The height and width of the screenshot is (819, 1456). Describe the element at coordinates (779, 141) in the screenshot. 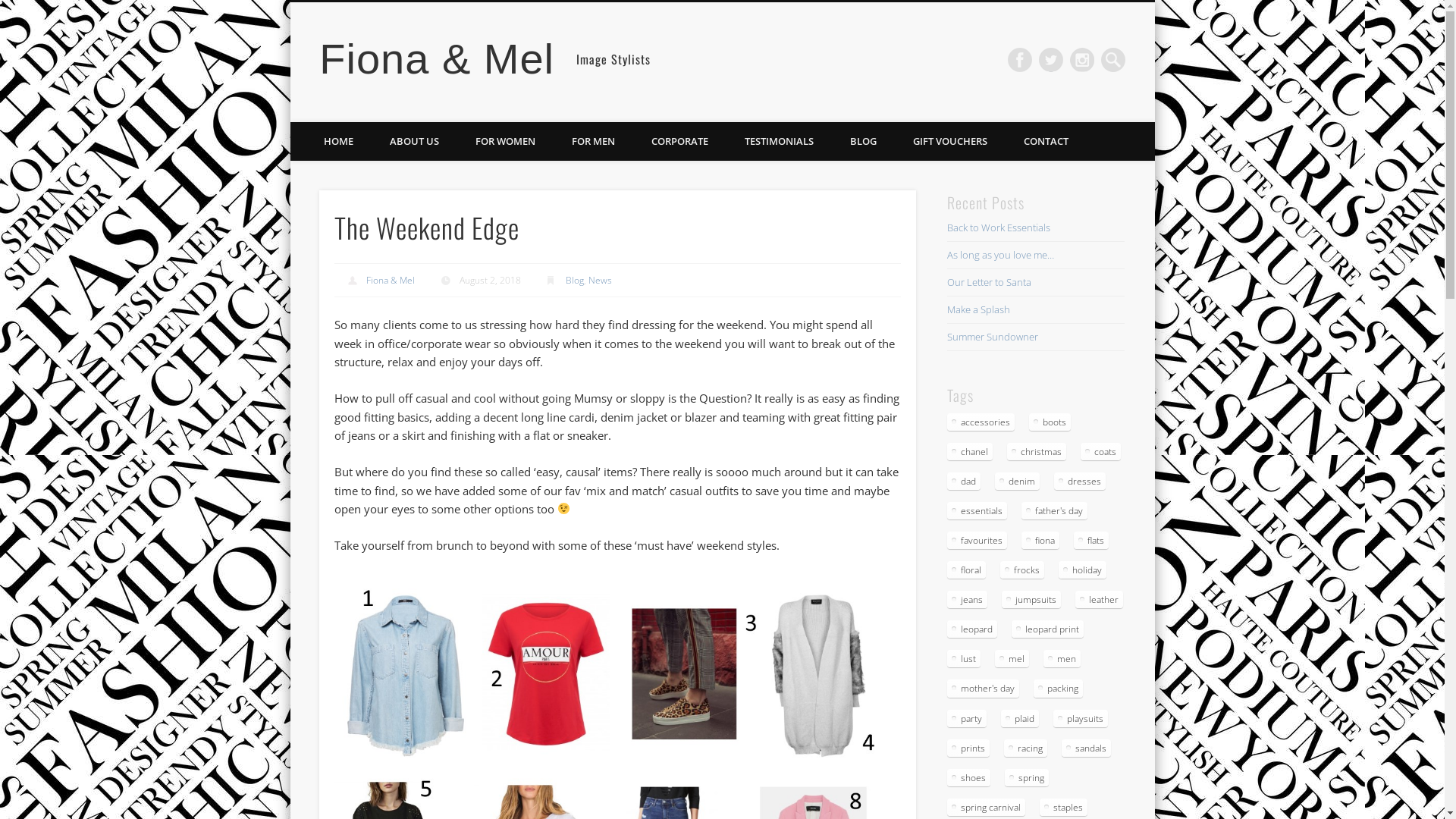

I see `'TESTIMONIALS'` at that location.